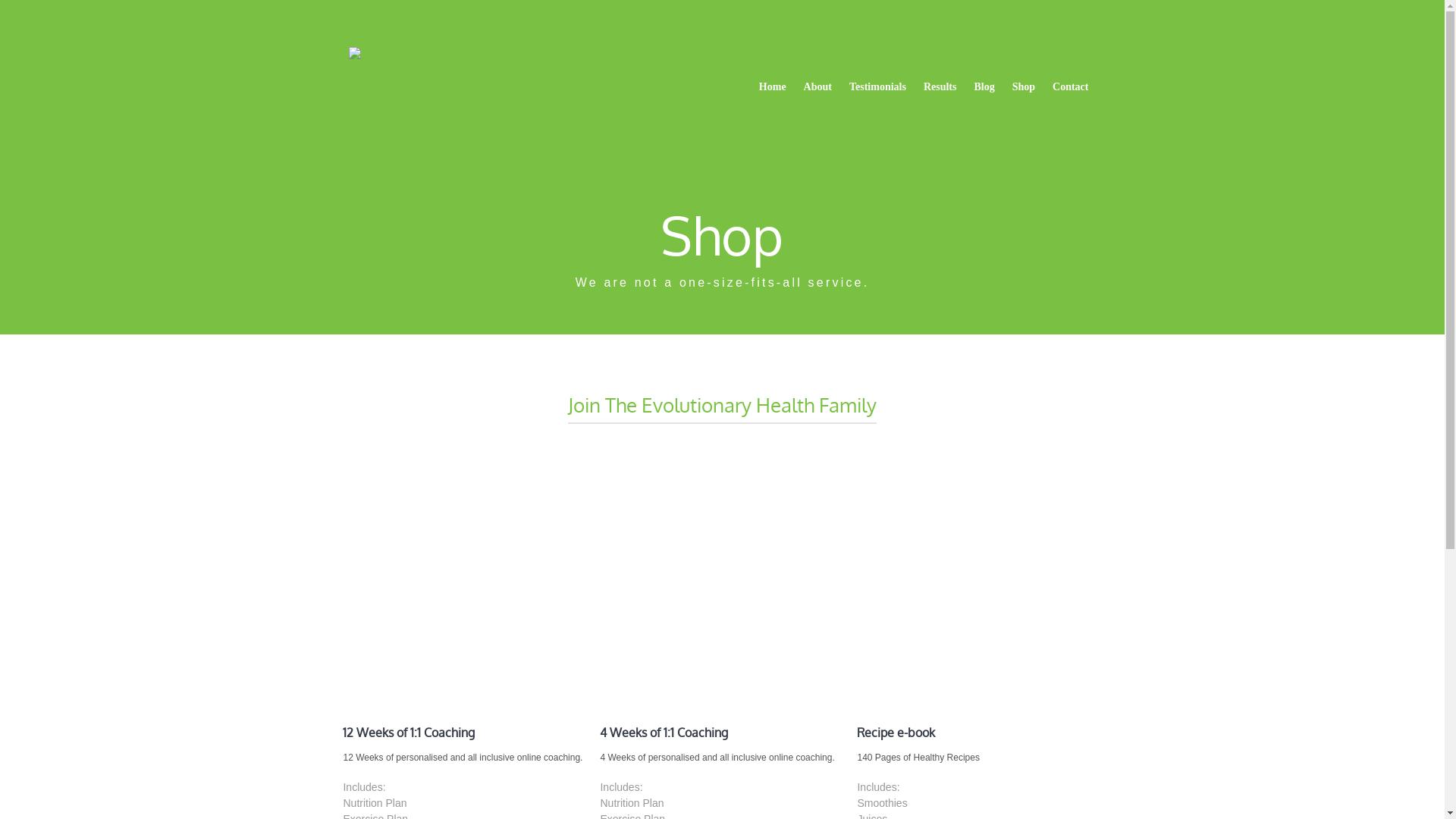 Image resolution: width=1456 pixels, height=819 pixels. I want to click on 'Blog', so click(984, 87).